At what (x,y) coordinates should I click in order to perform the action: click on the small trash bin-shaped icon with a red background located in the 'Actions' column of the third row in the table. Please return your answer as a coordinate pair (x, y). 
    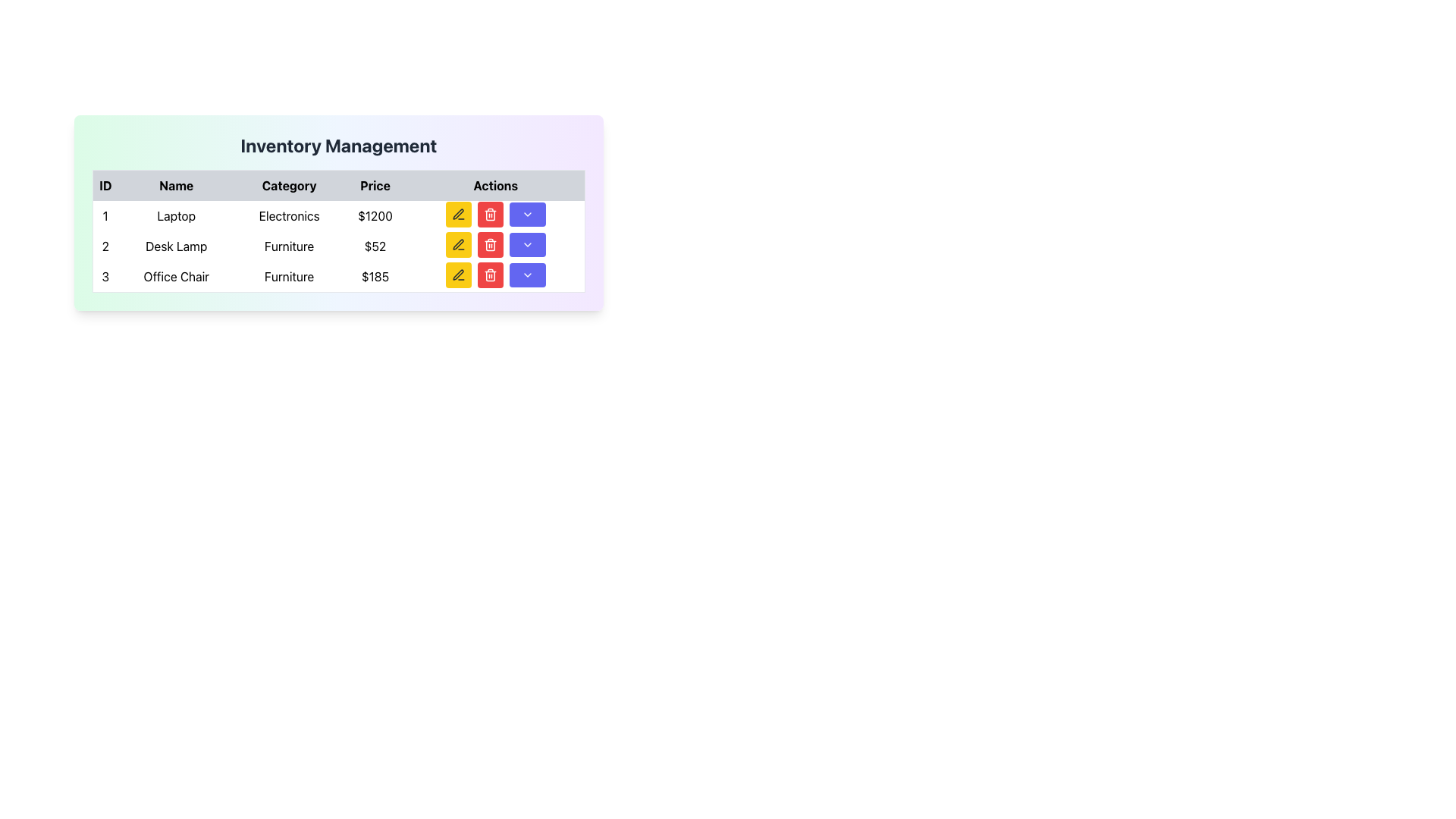
    Looking at the image, I should click on (490, 275).